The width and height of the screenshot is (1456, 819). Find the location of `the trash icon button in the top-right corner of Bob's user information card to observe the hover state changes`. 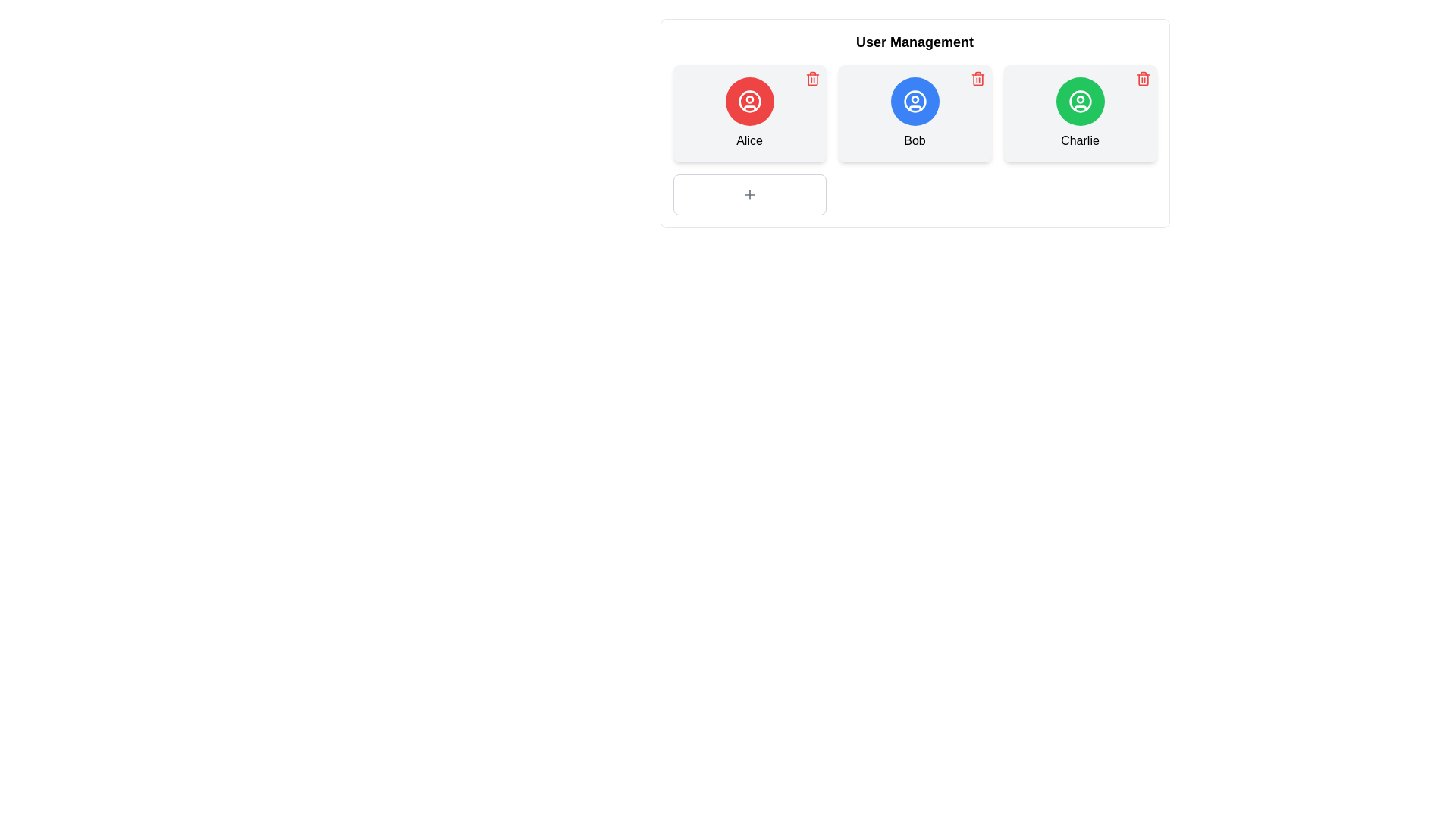

the trash icon button in the top-right corner of Bob's user information card to observe the hover state changes is located at coordinates (977, 79).